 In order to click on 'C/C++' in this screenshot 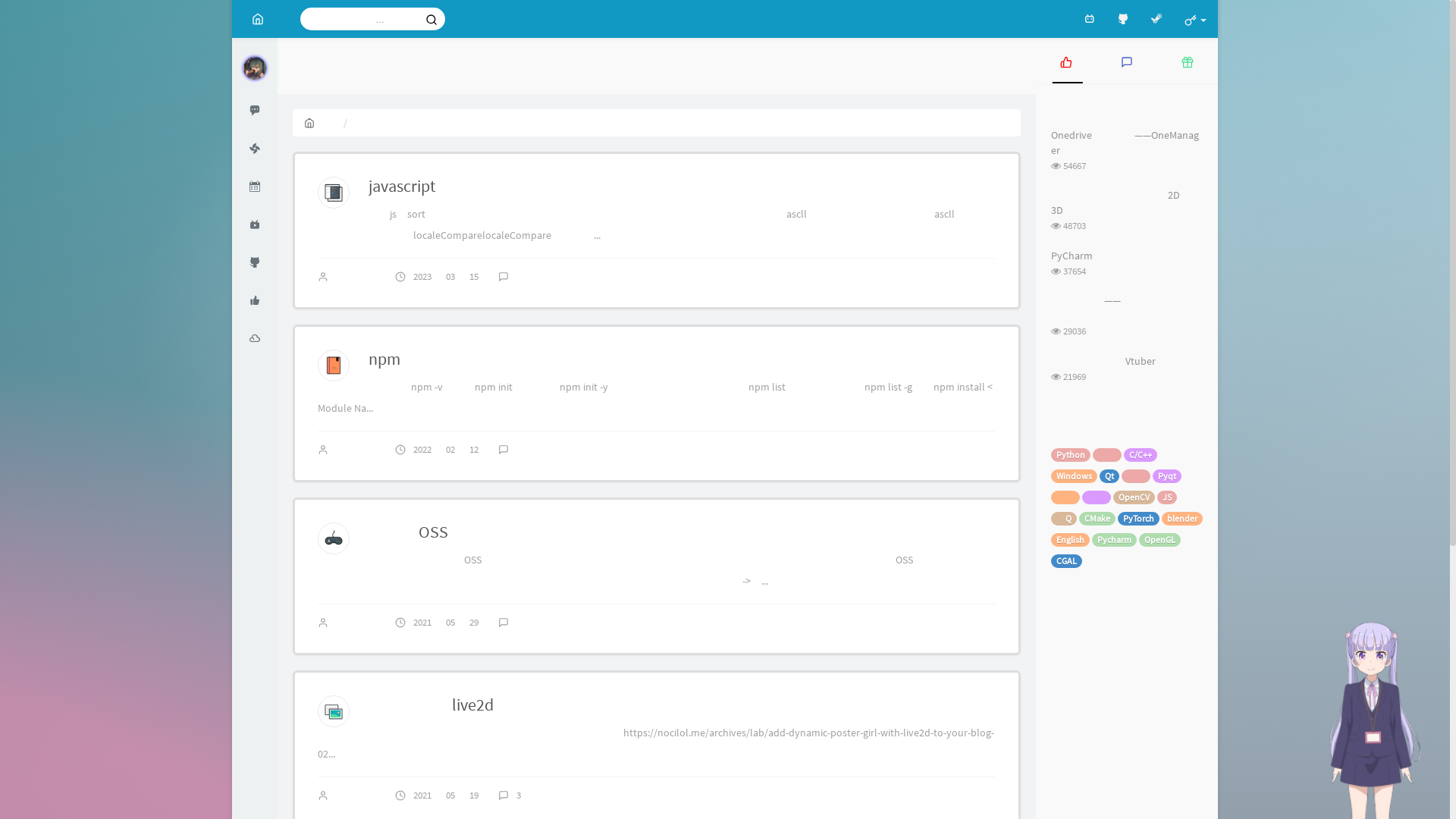, I will do `click(1140, 454)`.